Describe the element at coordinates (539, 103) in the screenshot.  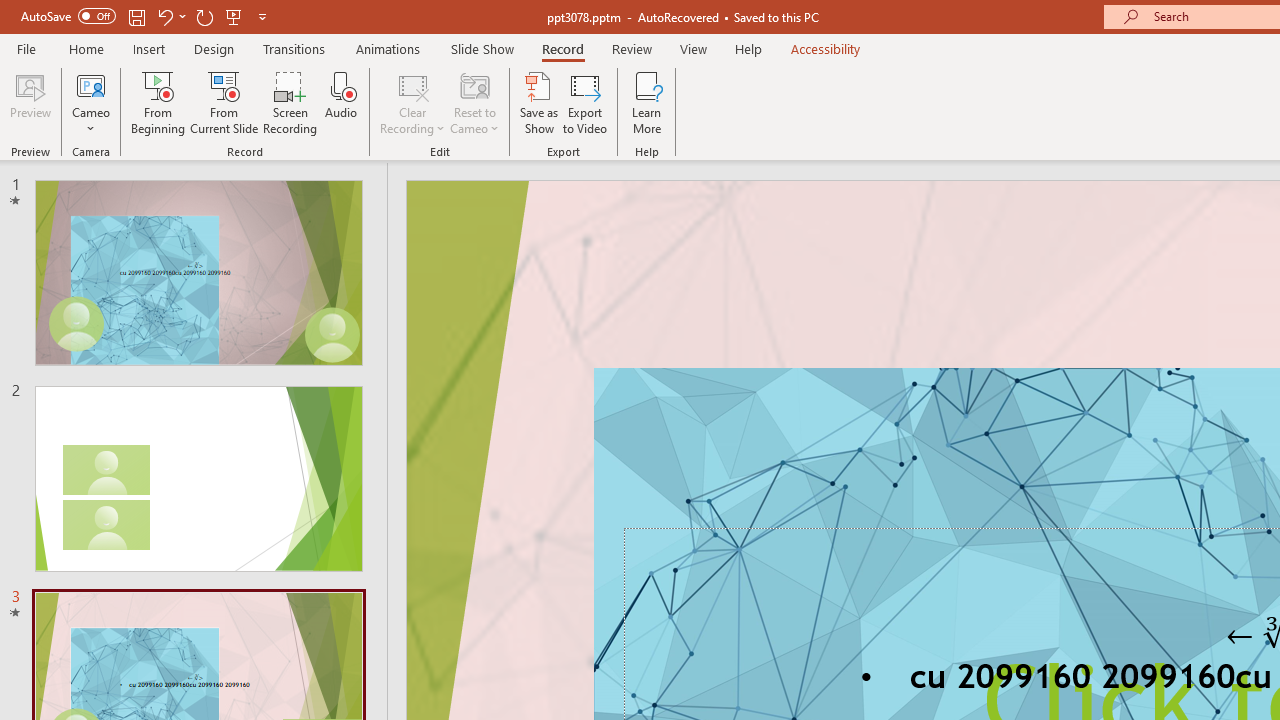
I see `'Save as Show'` at that location.